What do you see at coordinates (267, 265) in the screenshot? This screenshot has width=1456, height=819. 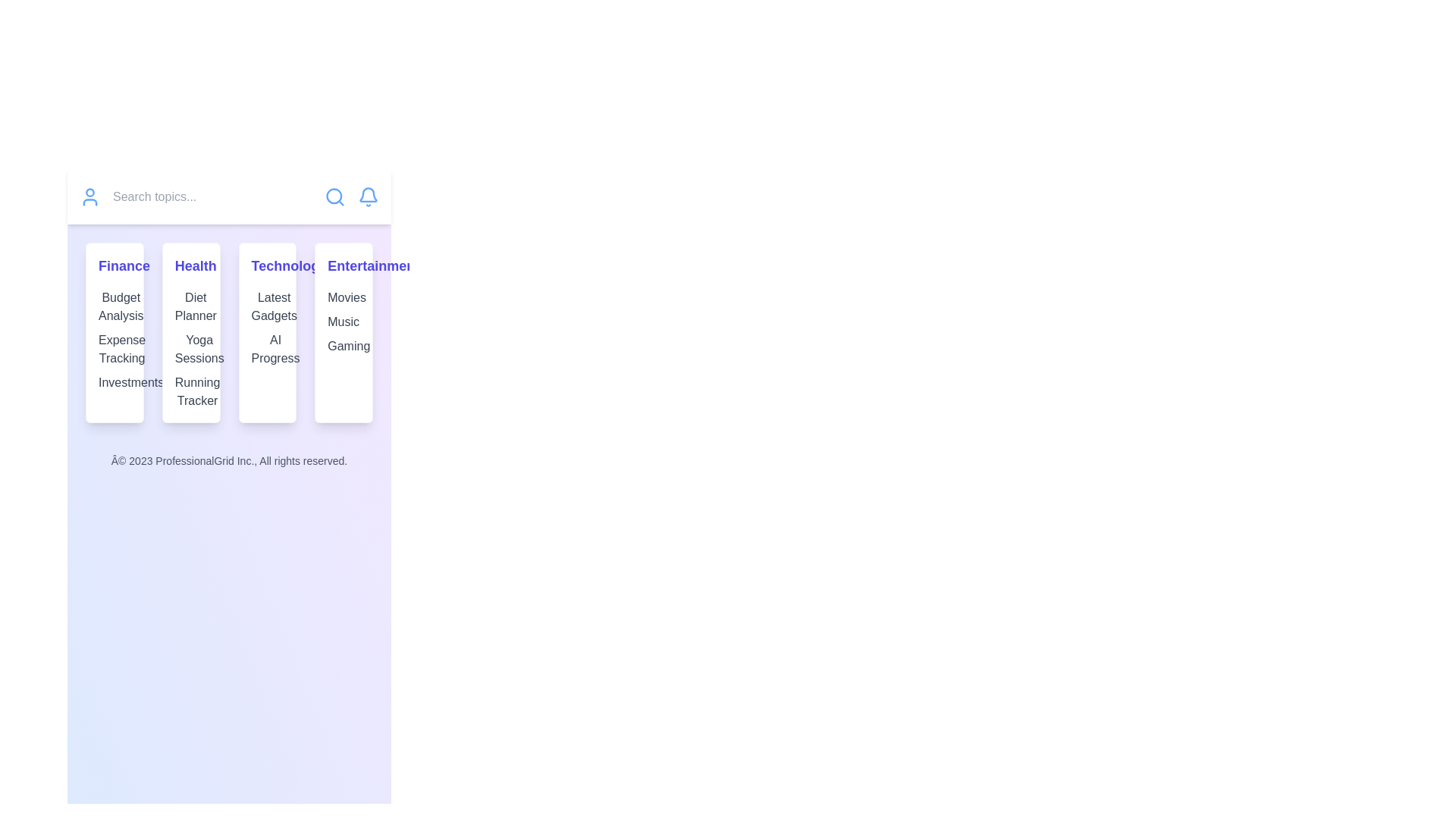 I see `the 'Technology' text element, which is styled in bold indigo color and located within the third card of a series labeled 'Finance,' 'Health,' 'Technology,' and 'Entertainment.'` at bounding box center [267, 265].